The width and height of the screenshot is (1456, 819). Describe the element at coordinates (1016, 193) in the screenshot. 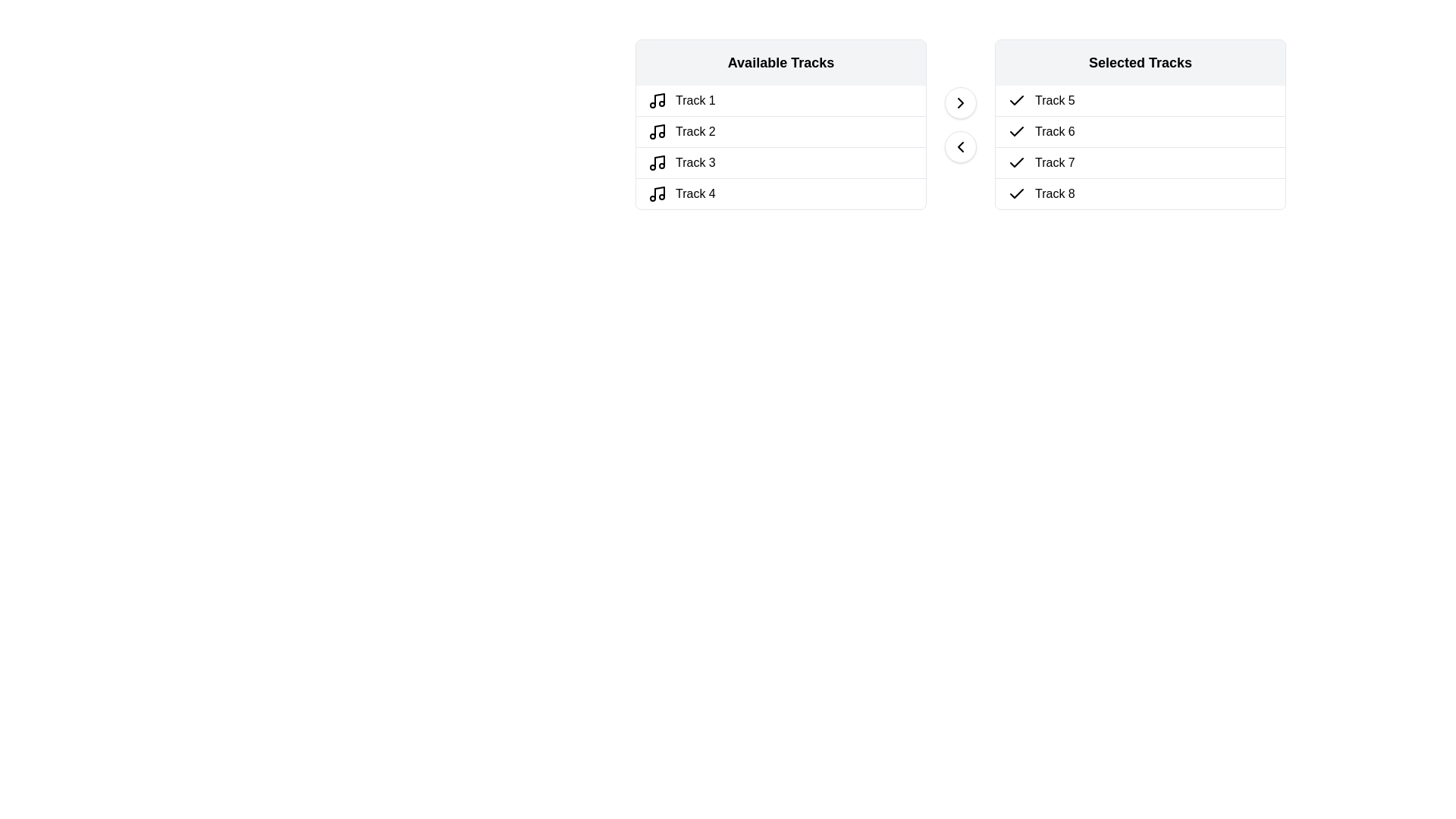

I see `the checkmark icon located in the 'Track 8' row of the 'Selected Tracks' list` at that location.